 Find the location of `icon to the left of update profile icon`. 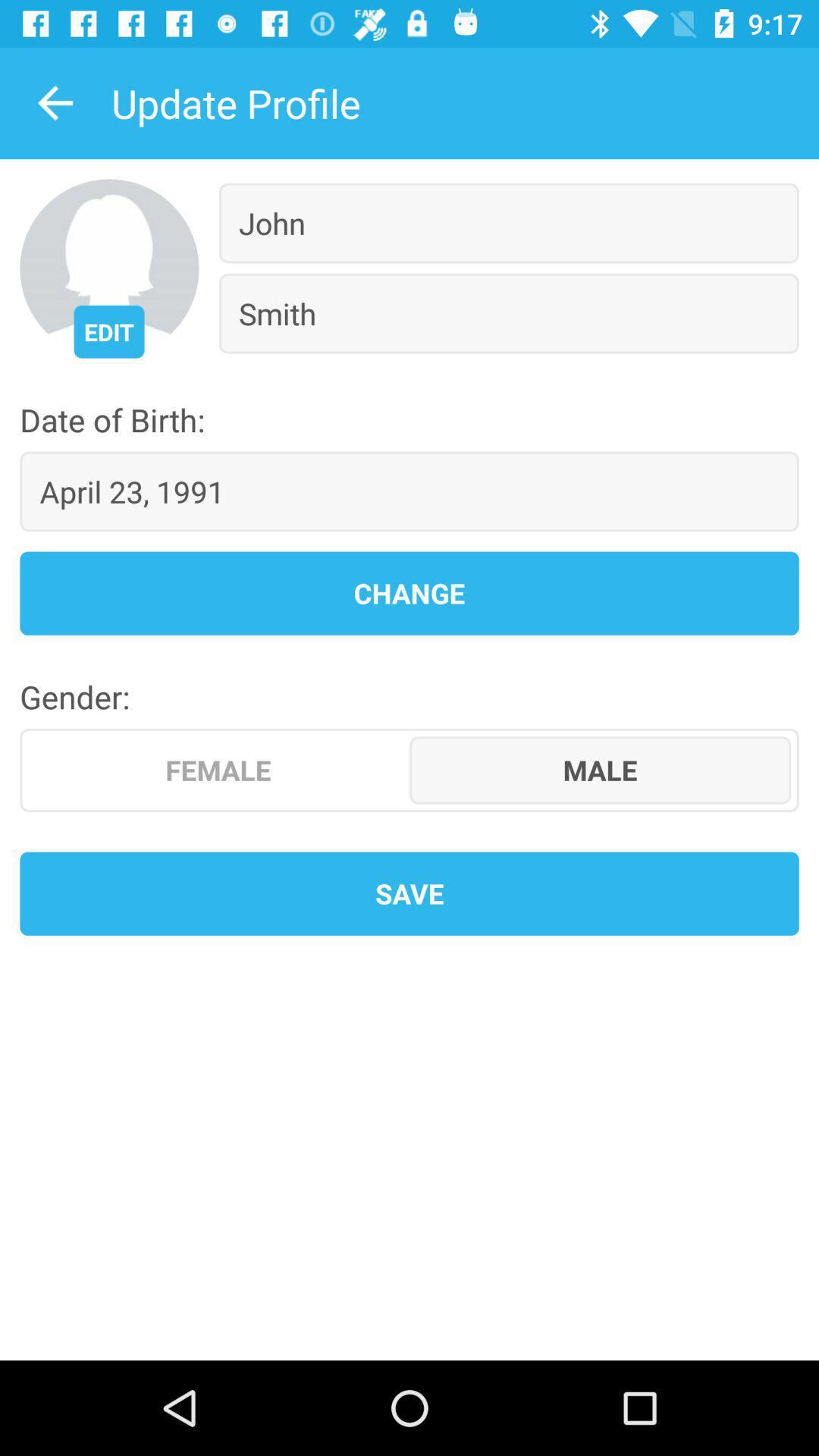

icon to the left of update profile icon is located at coordinates (55, 102).